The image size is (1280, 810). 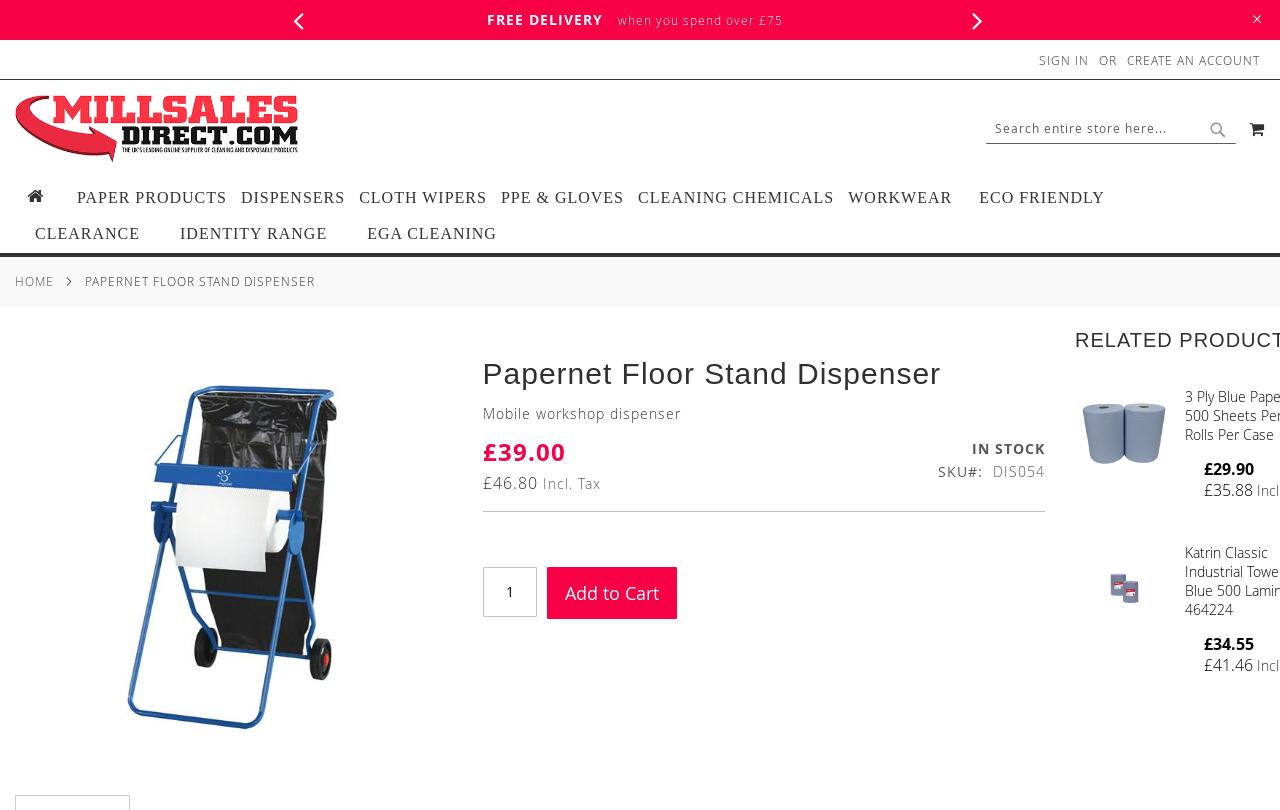 What do you see at coordinates (545, 19) in the screenshot?
I see `'FREE DELIVERY'` at bounding box center [545, 19].